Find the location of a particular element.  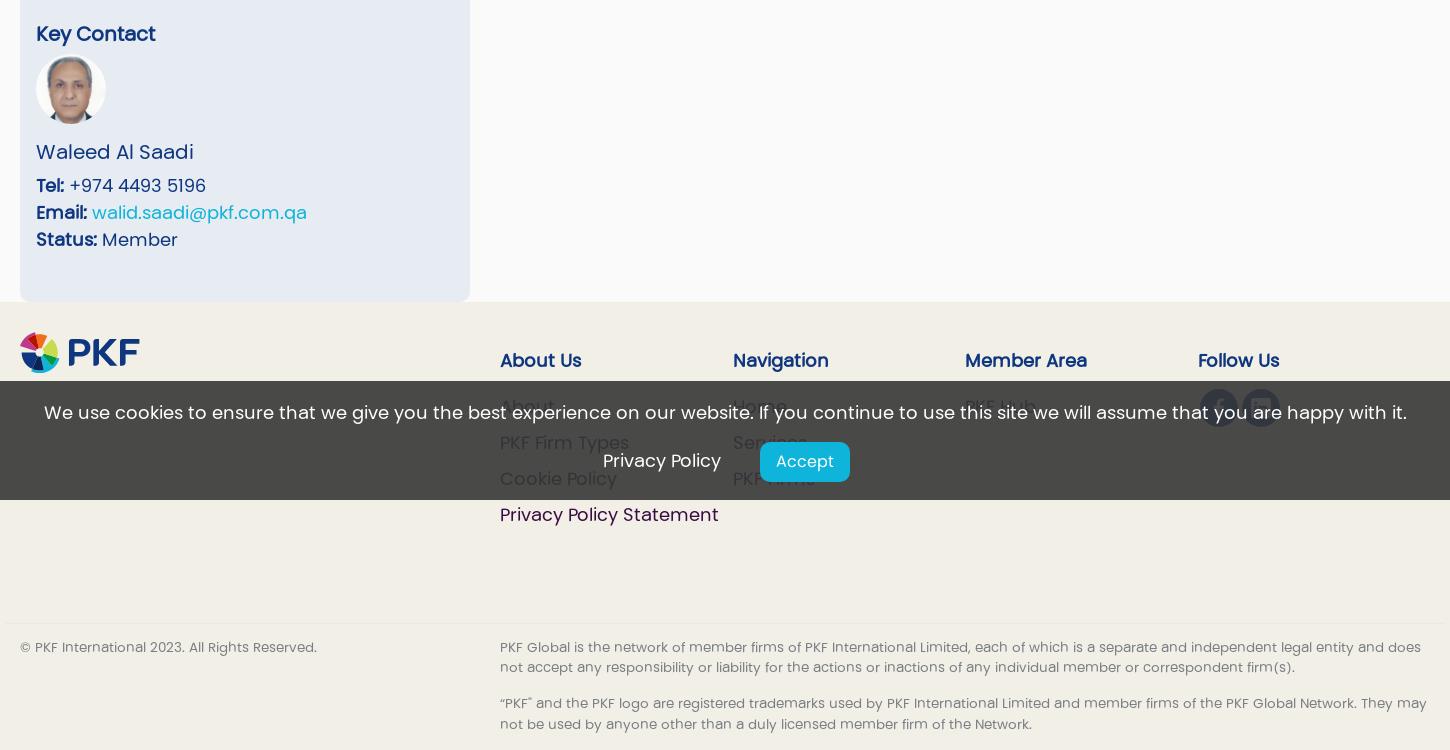

'Status:' is located at coordinates (66, 238).